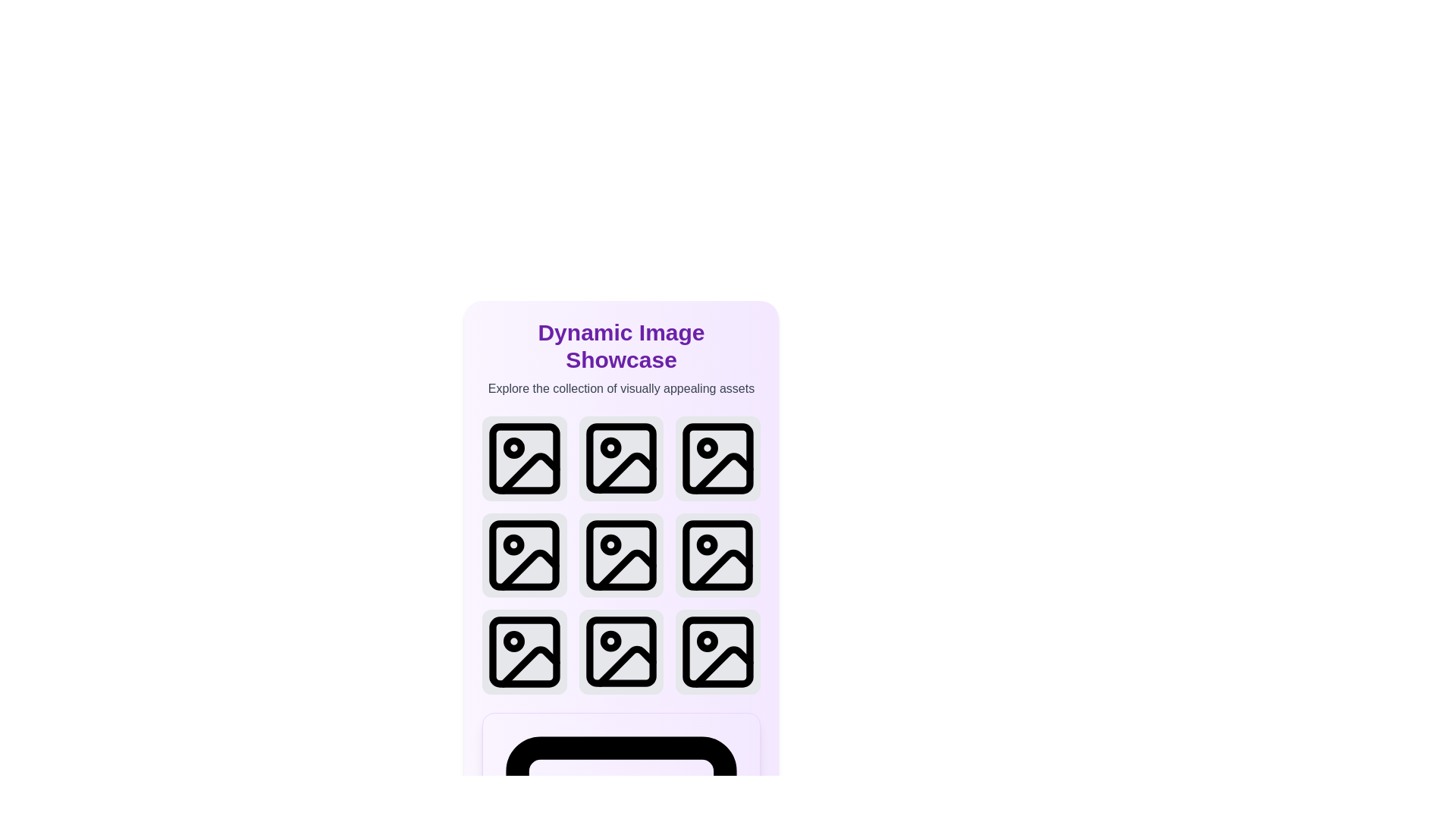 The image size is (1456, 819). What do you see at coordinates (717, 555) in the screenshot?
I see `the decorative rectangle detail of the sixth image icon` at bounding box center [717, 555].